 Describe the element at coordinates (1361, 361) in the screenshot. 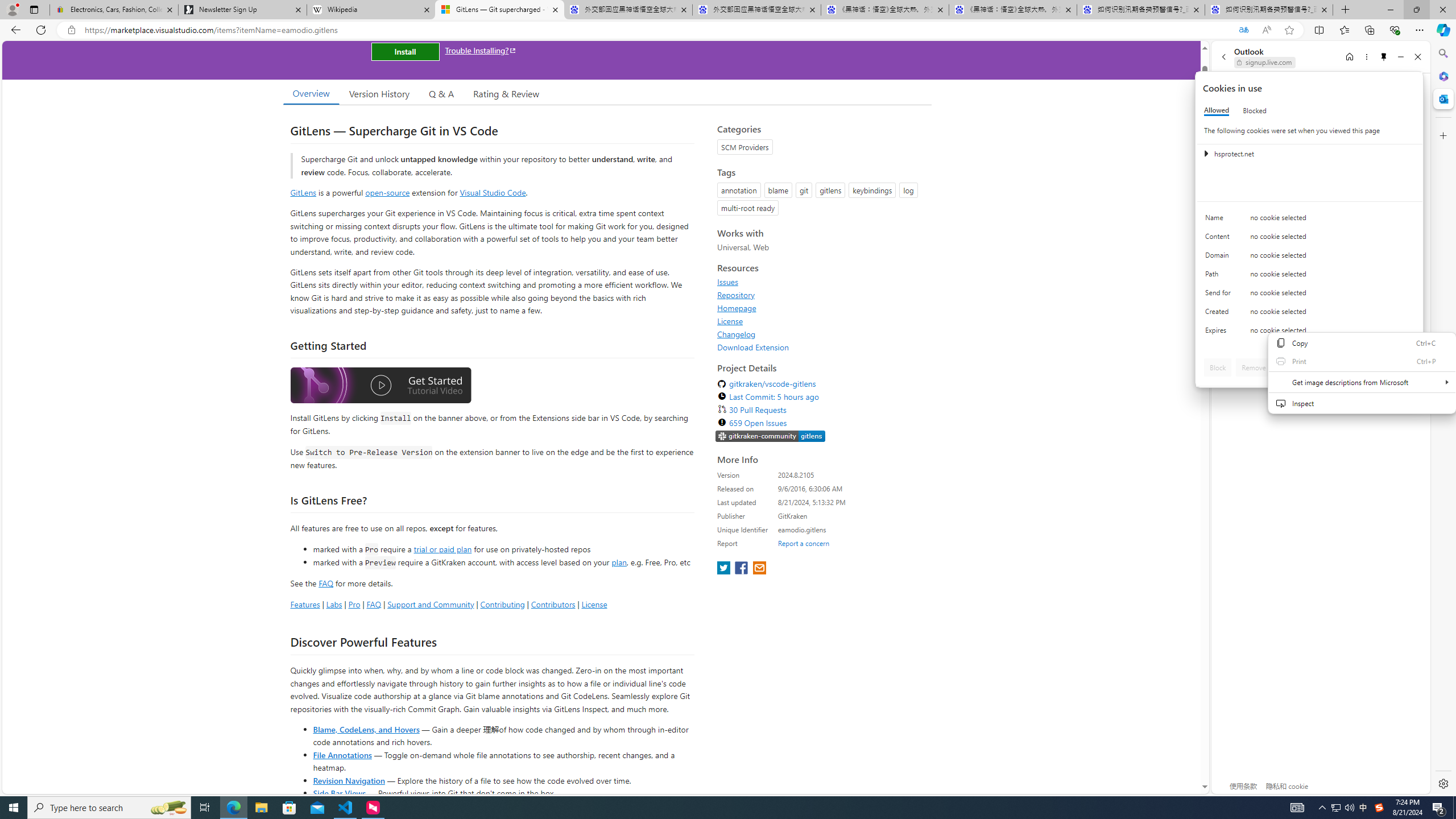

I see `'Print'` at that location.